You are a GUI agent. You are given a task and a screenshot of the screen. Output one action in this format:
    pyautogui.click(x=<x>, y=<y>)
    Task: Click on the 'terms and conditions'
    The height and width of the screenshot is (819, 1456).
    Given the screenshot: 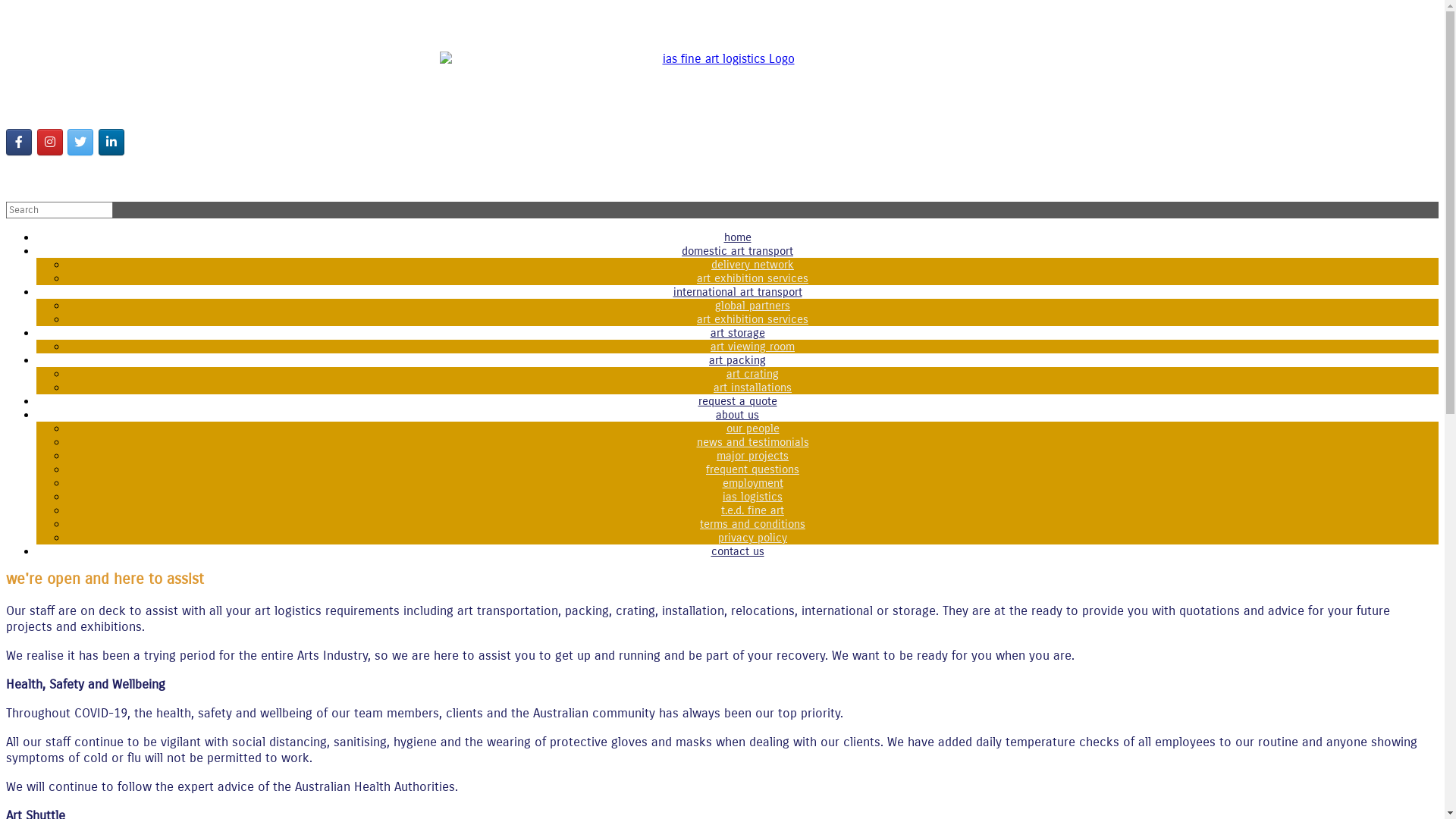 What is the action you would take?
    pyautogui.click(x=752, y=522)
    